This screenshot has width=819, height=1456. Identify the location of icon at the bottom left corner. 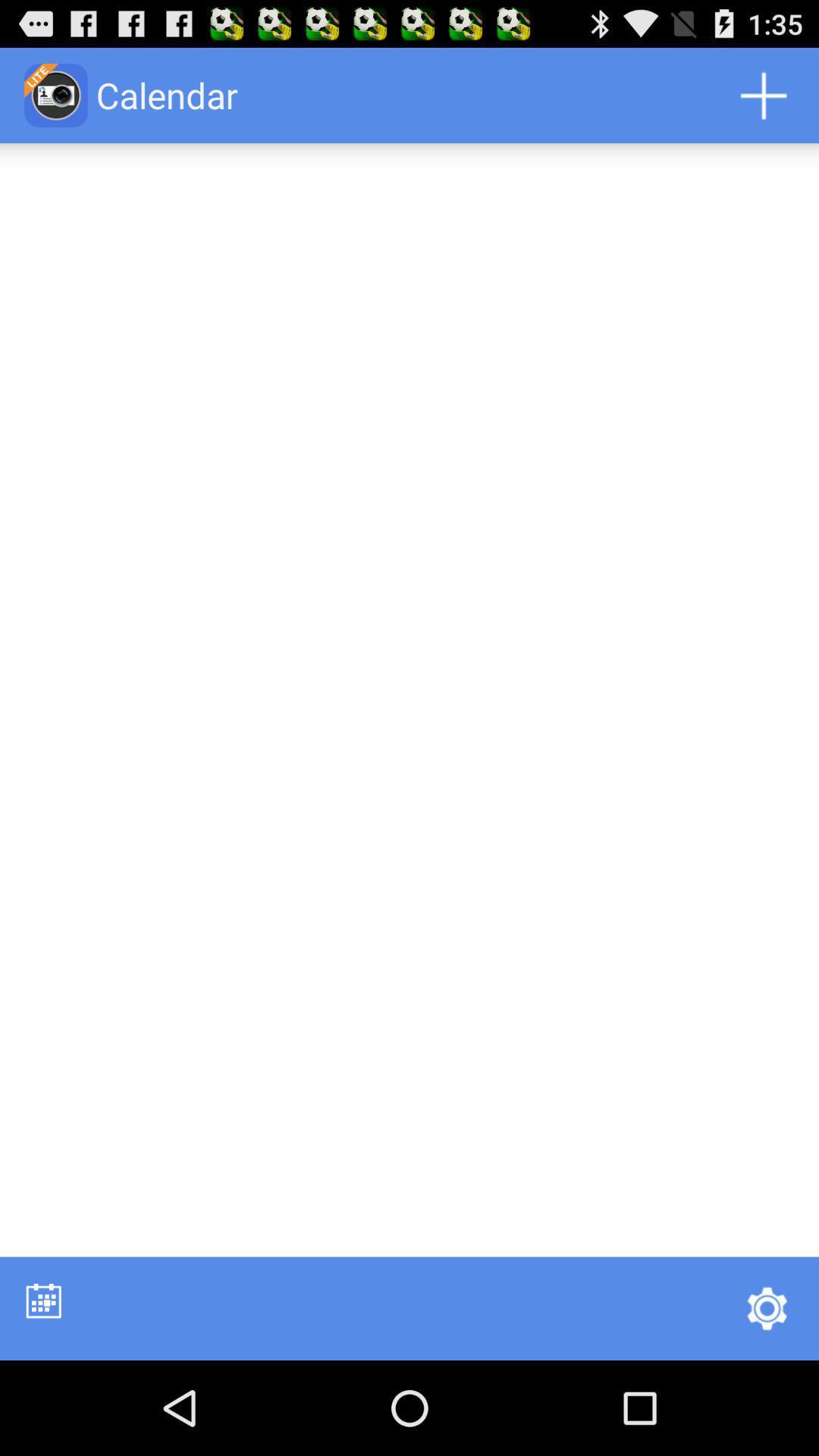
(42, 1300).